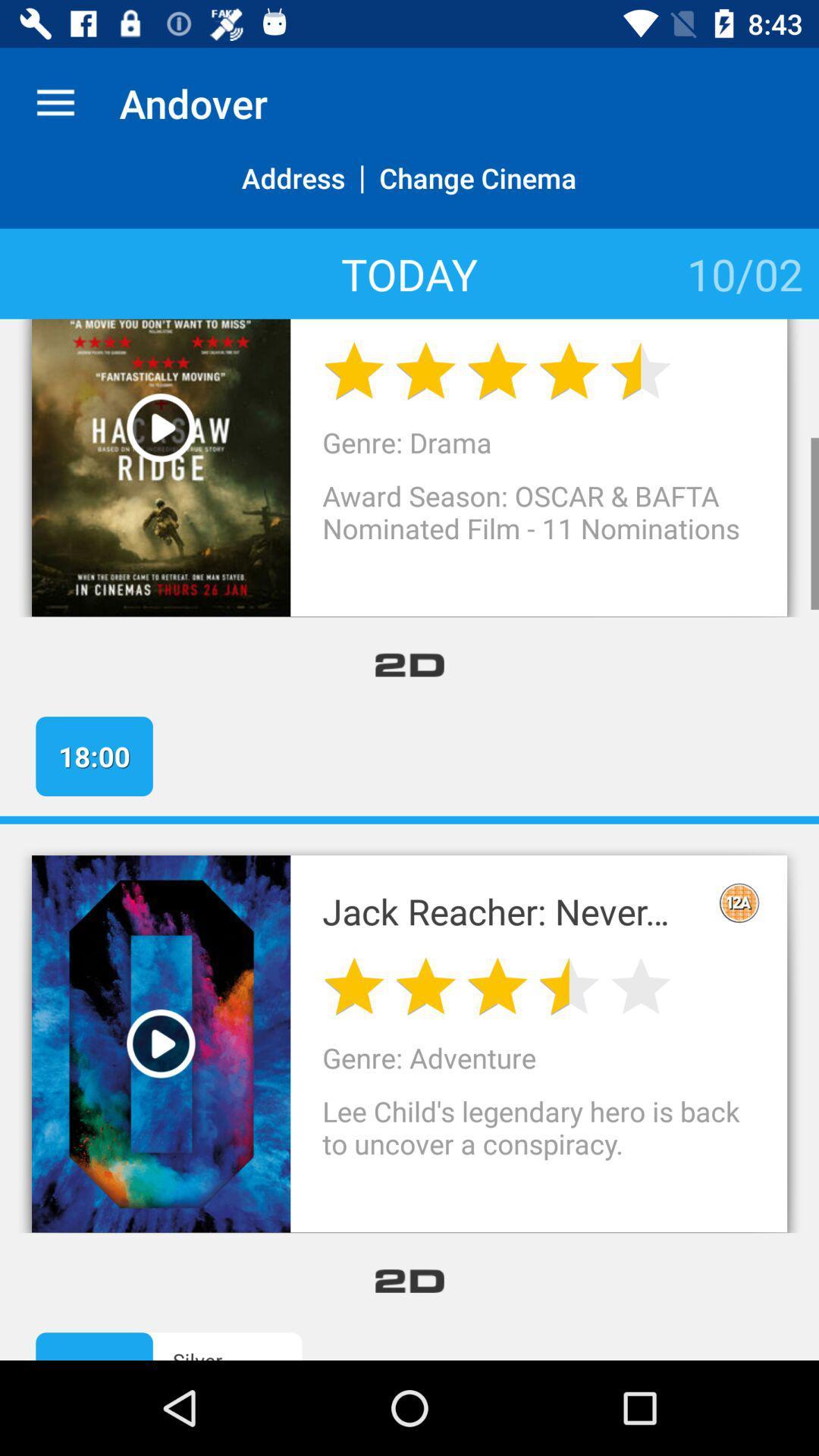  What do you see at coordinates (293, 193) in the screenshot?
I see `item above today icon` at bounding box center [293, 193].